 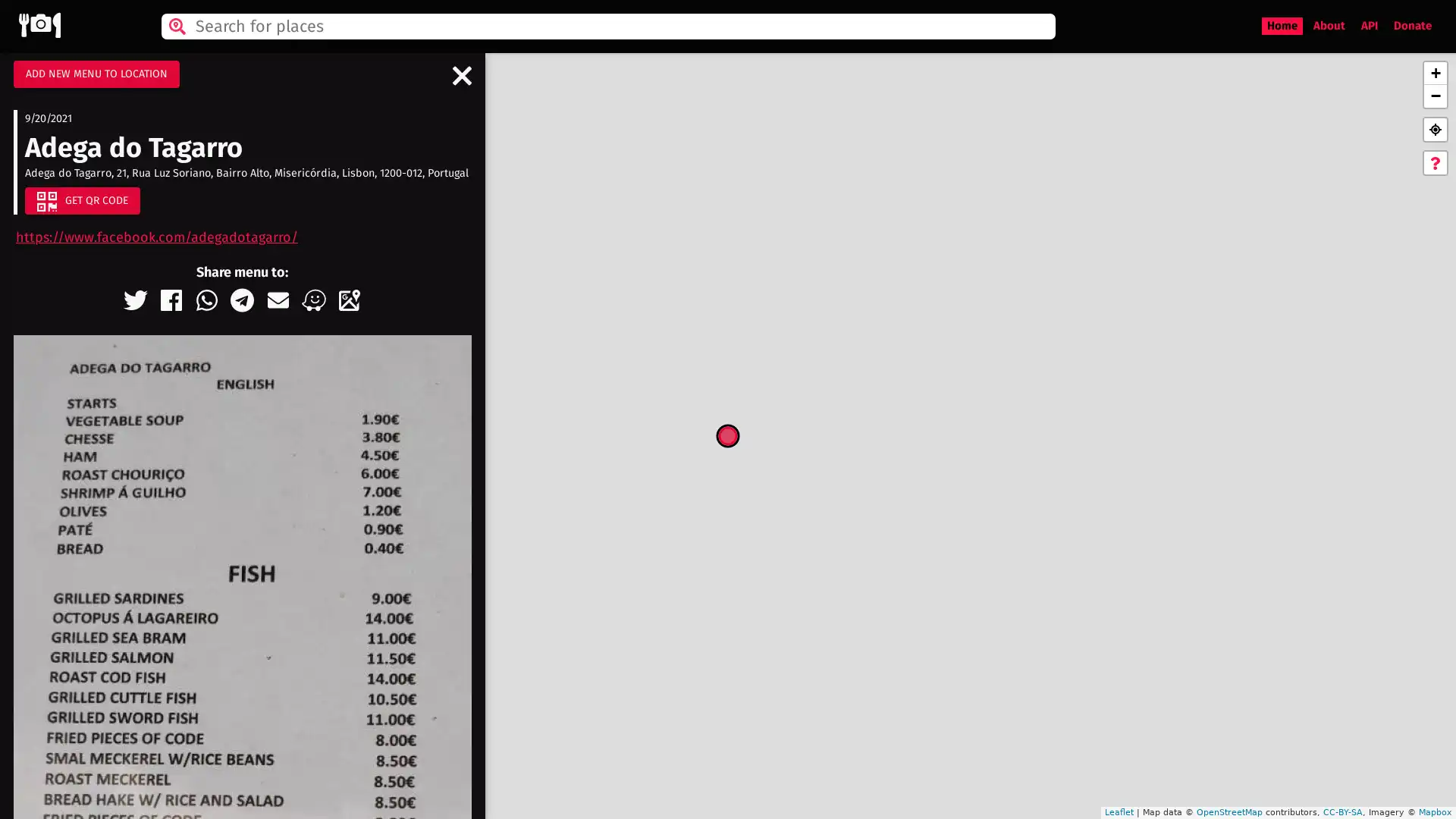 I want to click on Zoom out, so click(x=1434, y=96).